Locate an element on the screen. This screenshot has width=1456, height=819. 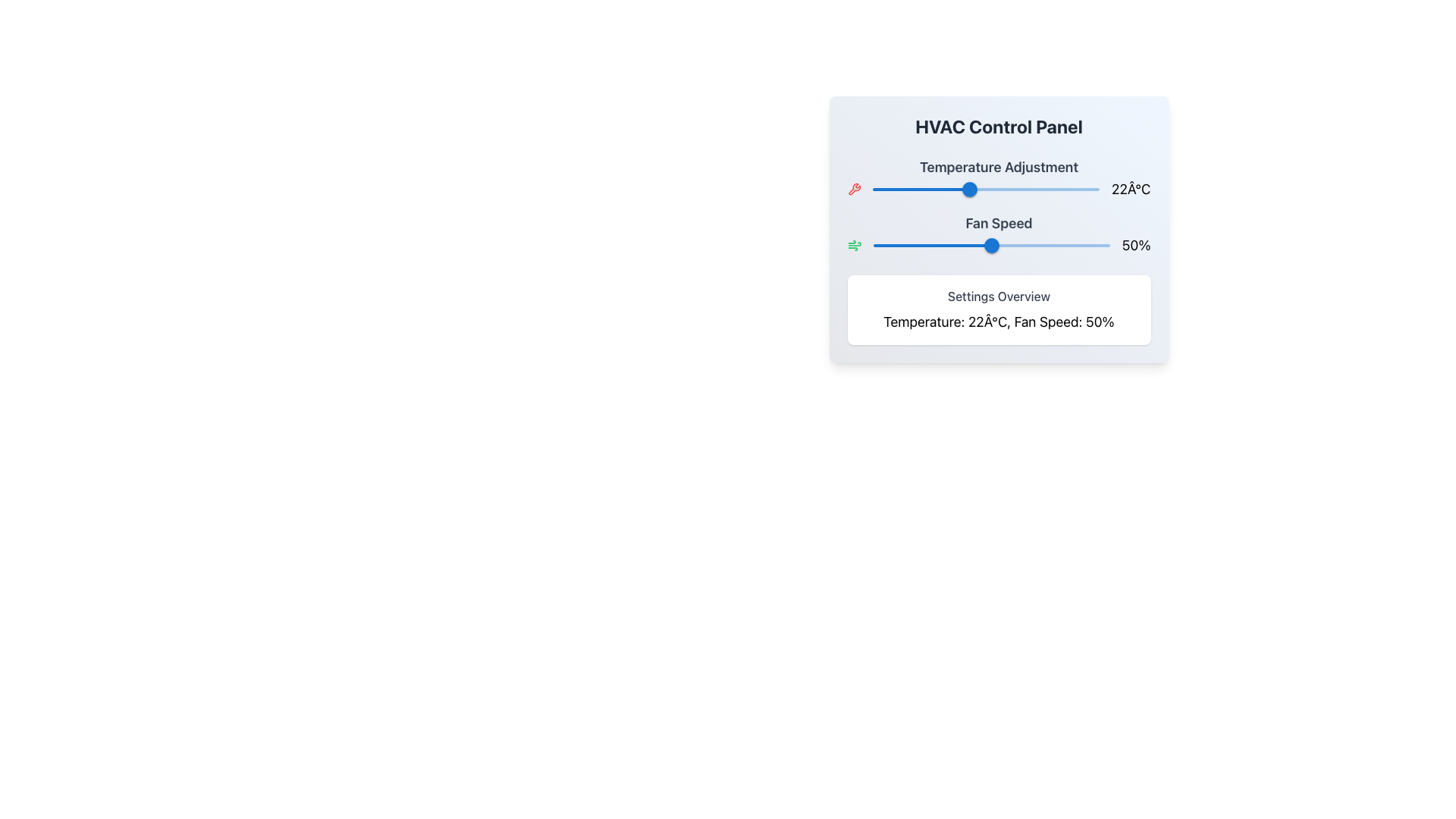
the fan speed is located at coordinates (960, 245).